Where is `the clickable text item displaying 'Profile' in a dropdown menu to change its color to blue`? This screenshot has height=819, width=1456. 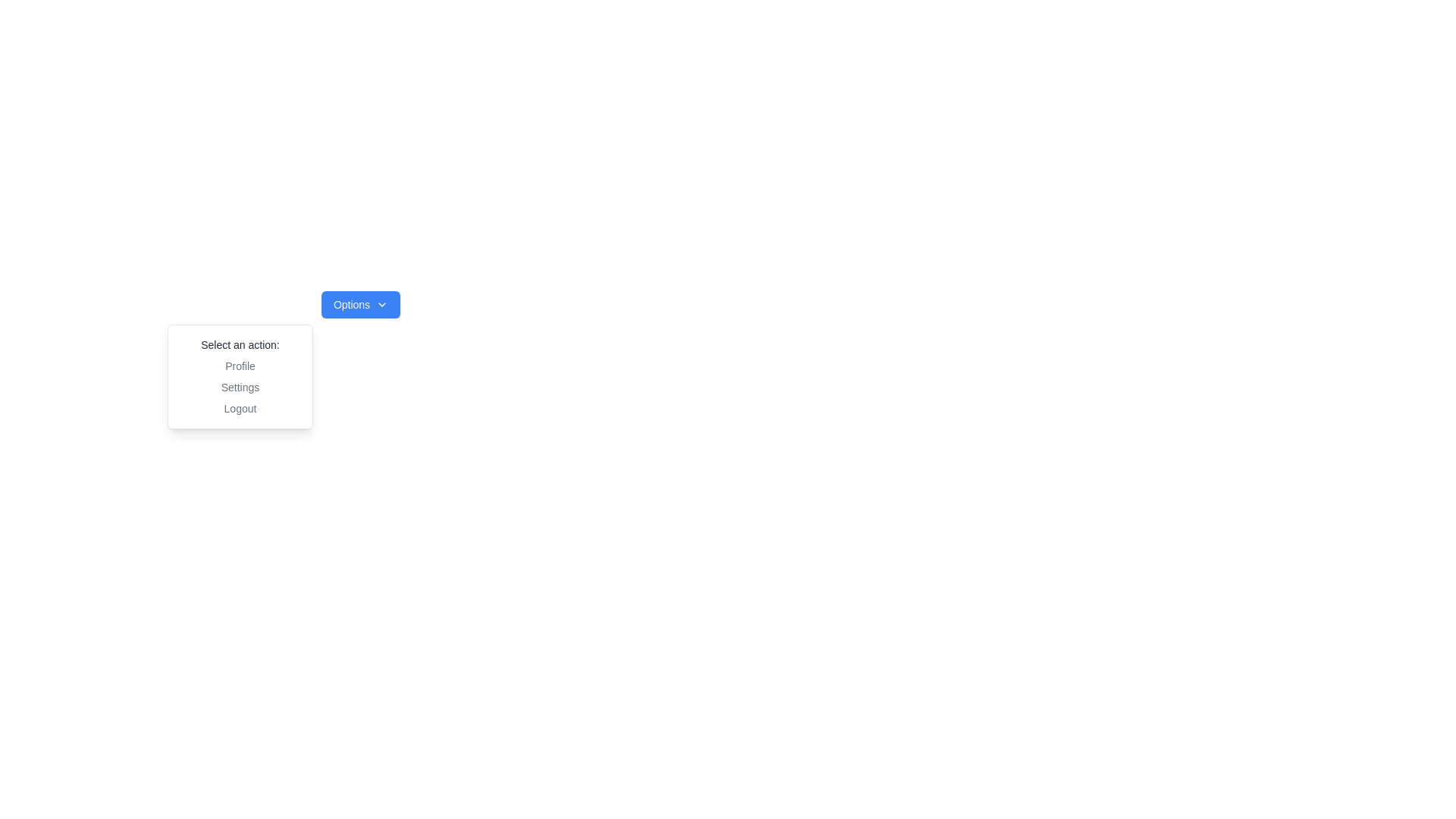
the clickable text item displaying 'Profile' in a dropdown menu to change its color to blue is located at coordinates (239, 366).